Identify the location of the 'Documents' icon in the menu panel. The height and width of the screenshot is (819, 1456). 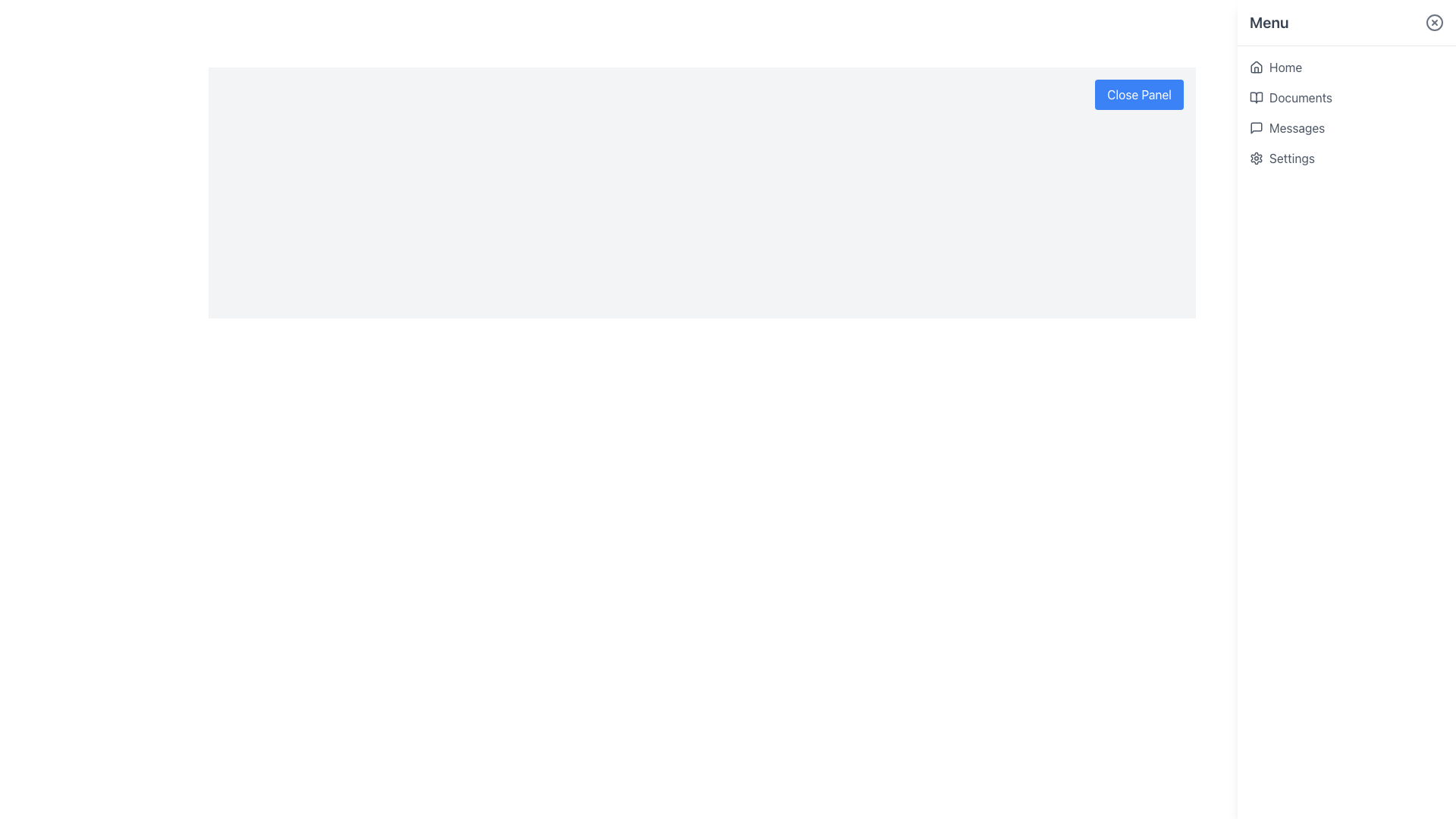
(1256, 97).